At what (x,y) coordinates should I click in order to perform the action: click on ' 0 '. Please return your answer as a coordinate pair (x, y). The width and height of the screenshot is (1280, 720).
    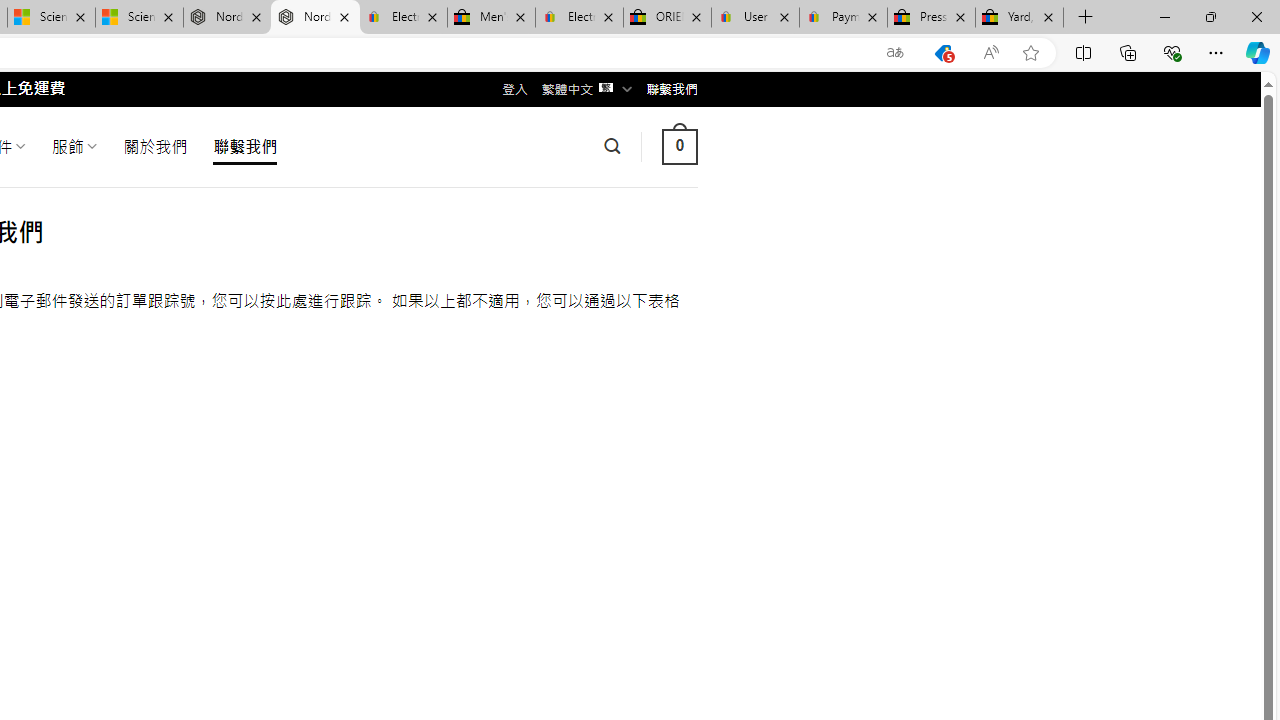
    Looking at the image, I should click on (679, 145).